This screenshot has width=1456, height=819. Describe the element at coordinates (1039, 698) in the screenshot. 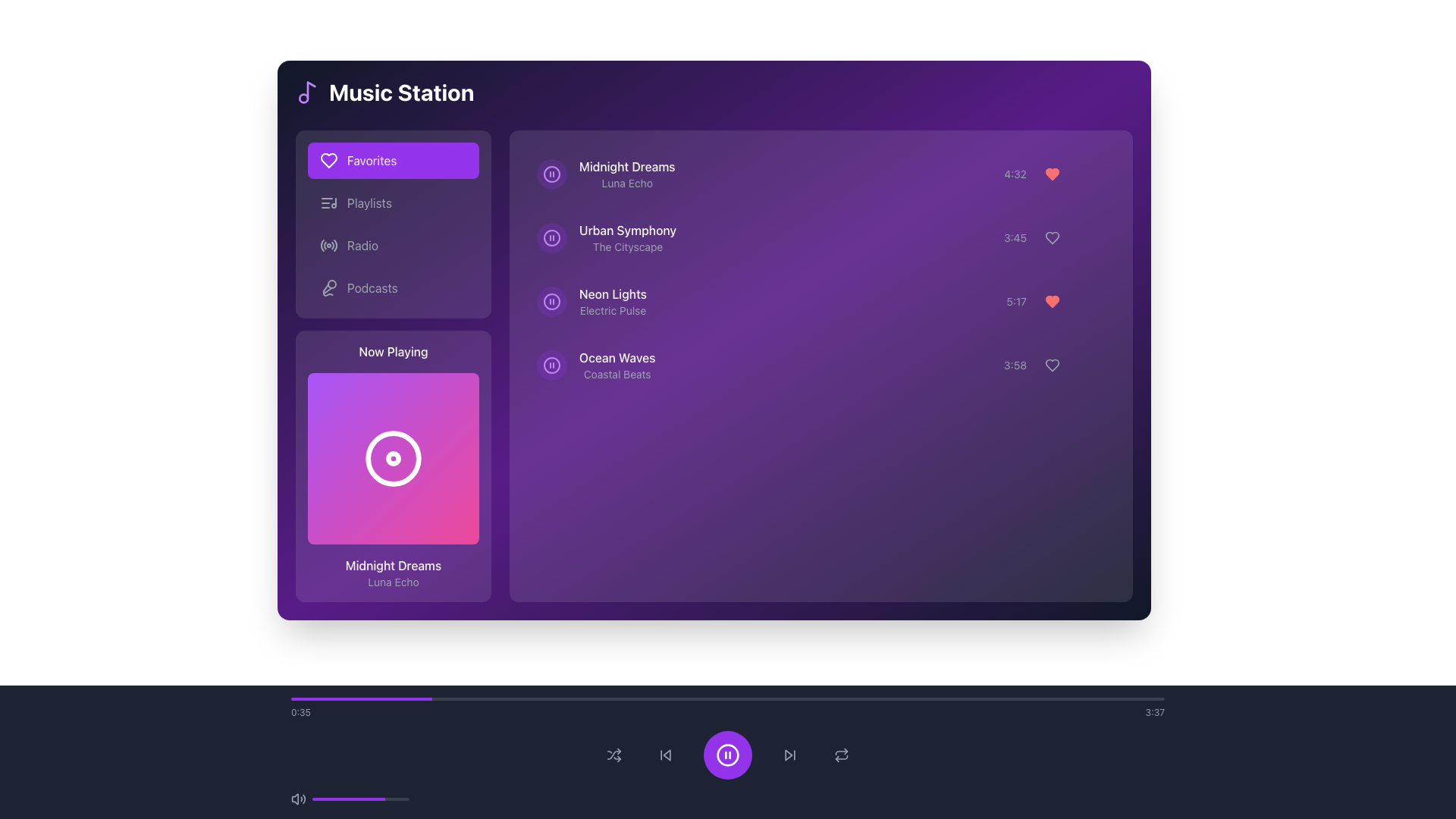

I see `playback position` at that location.